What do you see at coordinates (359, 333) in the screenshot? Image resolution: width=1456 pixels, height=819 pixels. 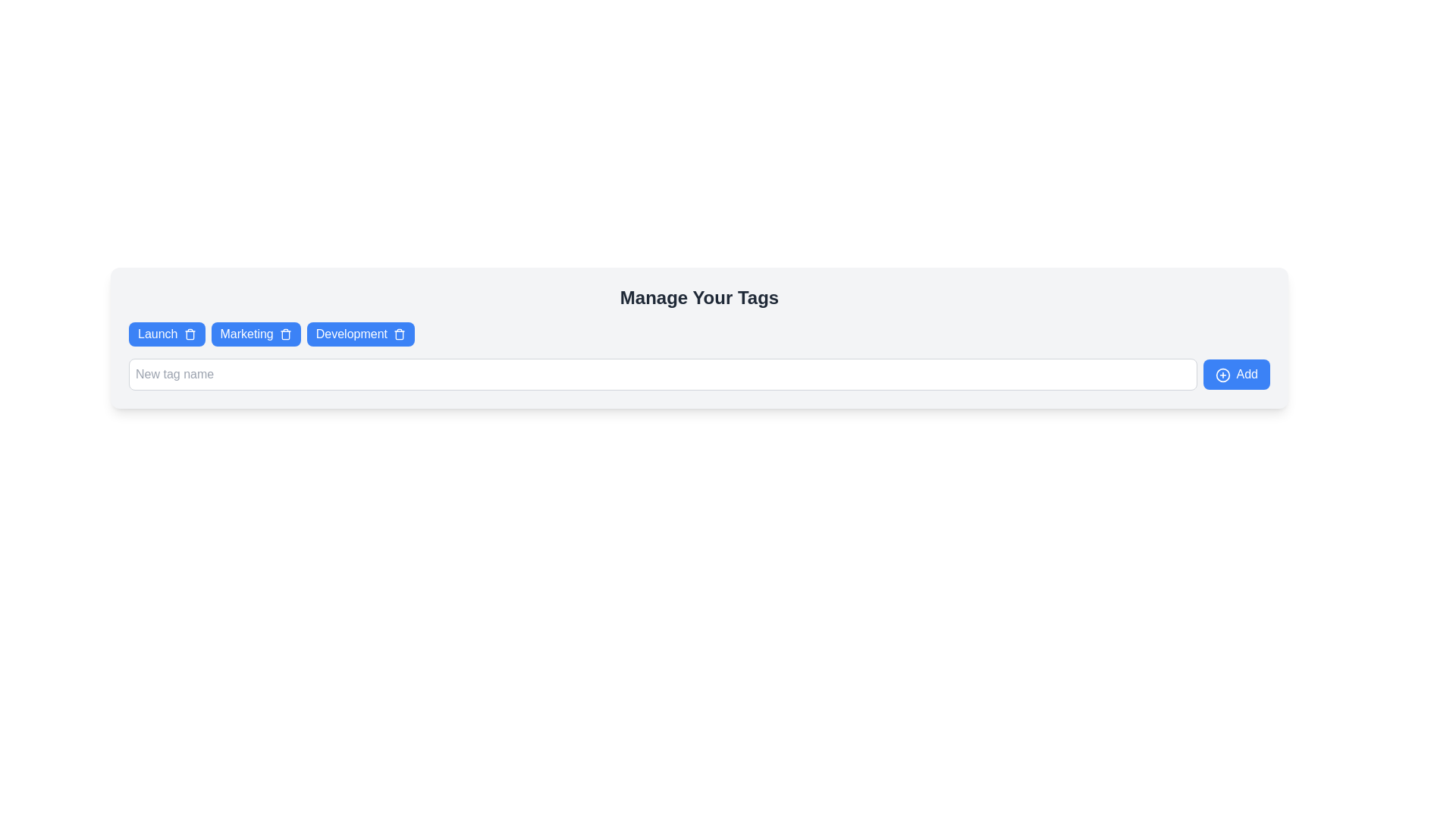 I see `the third tag in the row labeled 'Development'` at bounding box center [359, 333].